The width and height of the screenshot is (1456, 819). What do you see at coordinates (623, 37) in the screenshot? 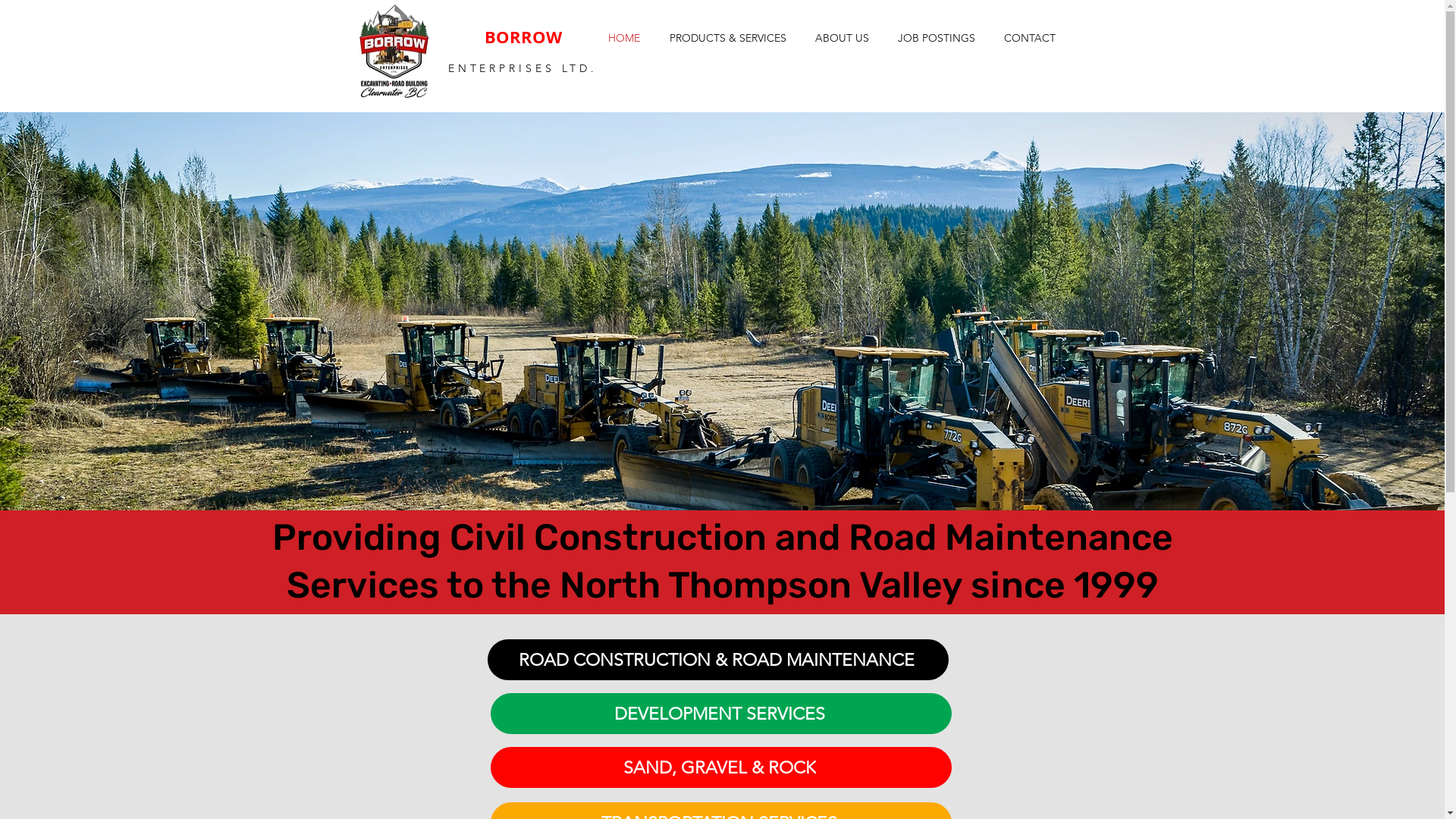
I see `'HOME'` at bounding box center [623, 37].